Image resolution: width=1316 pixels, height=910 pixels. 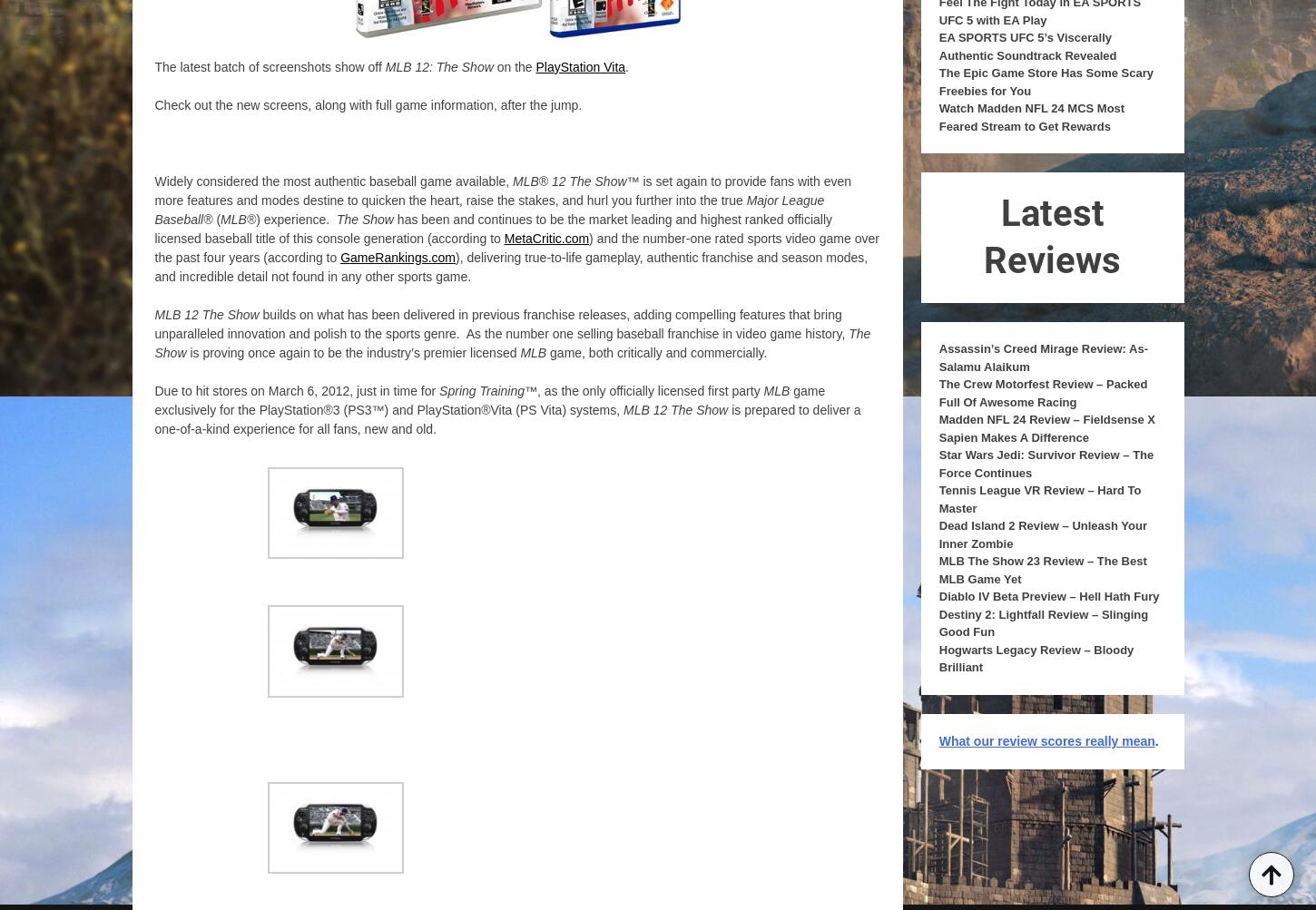 What do you see at coordinates (1026, 45) in the screenshot?
I see `'EA SPORTS UFC 5’s Viscerally Authentic Soundtrack Revealed'` at bounding box center [1026, 45].